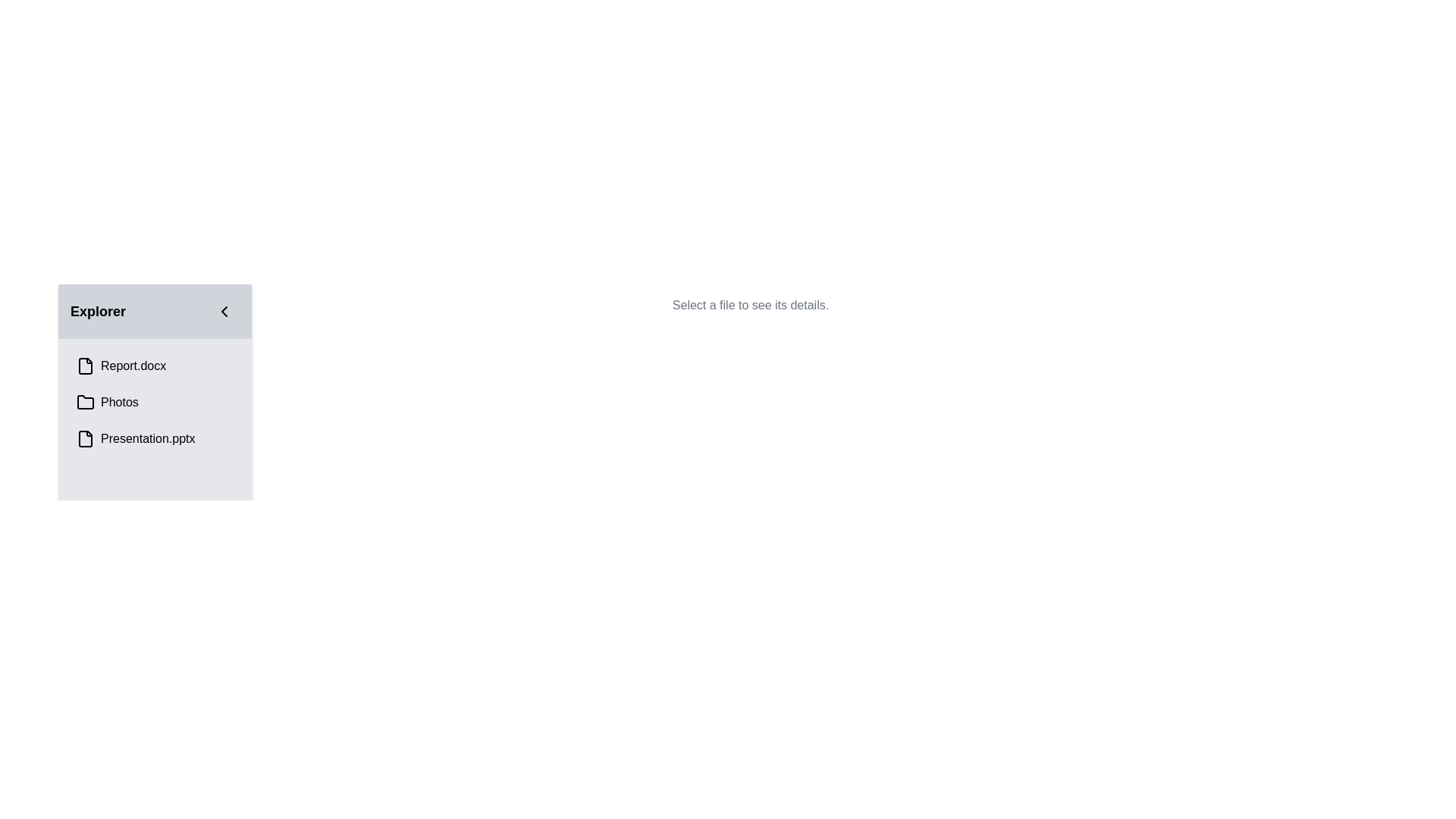  Describe the element at coordinates (148, 438) in the screenshot. I see `the text label representing the PowerPoint presentation file named 'Presentation.pptx' in the file explorer interface` at that location.